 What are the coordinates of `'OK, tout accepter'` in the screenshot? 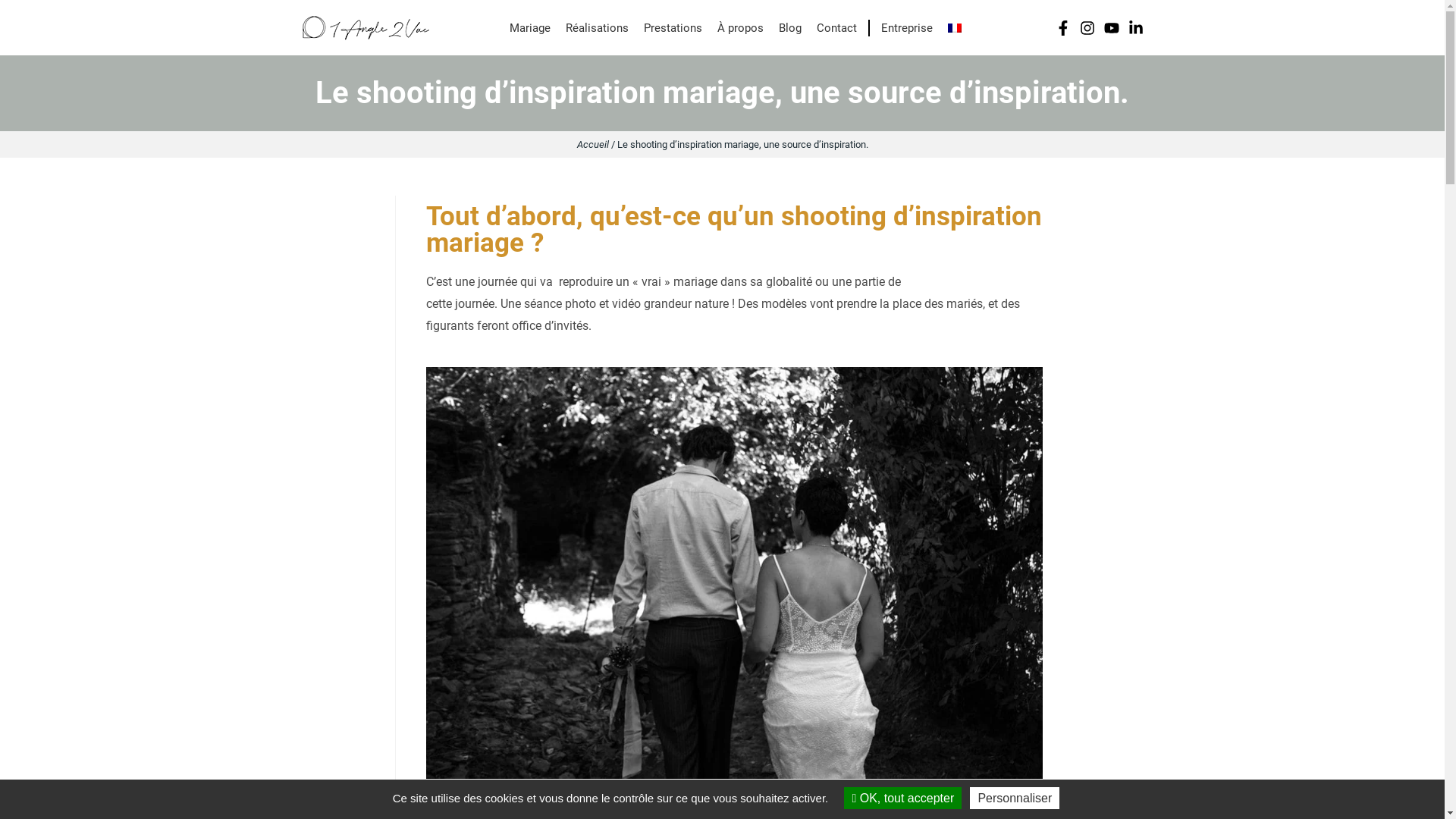 It's located at (902, 797).